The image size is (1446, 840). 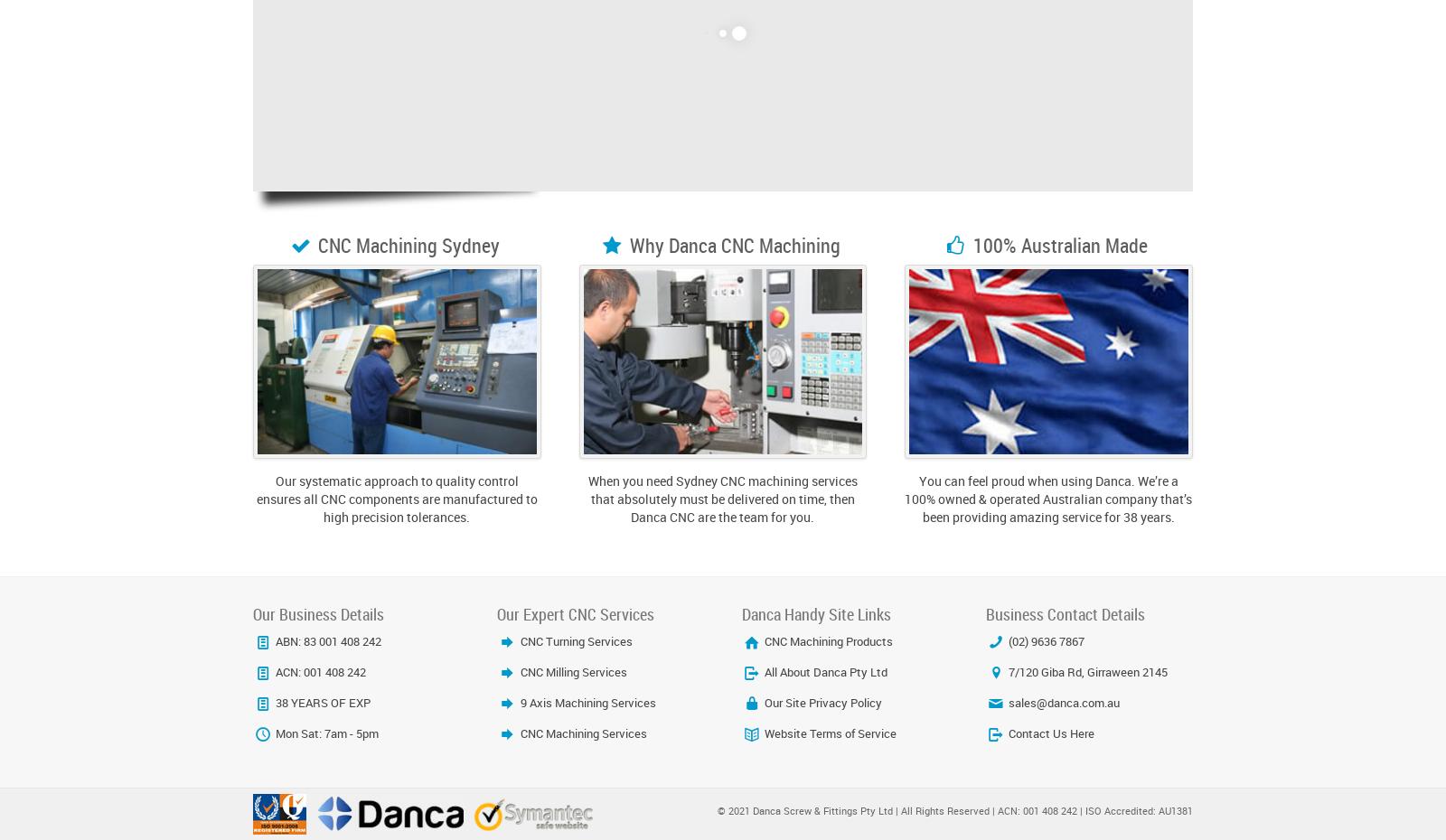 What do you see at coordinates (586, 701) in the screenshot?
I see `'9 Axis Machining Services'` at bounding box center [586, 701].